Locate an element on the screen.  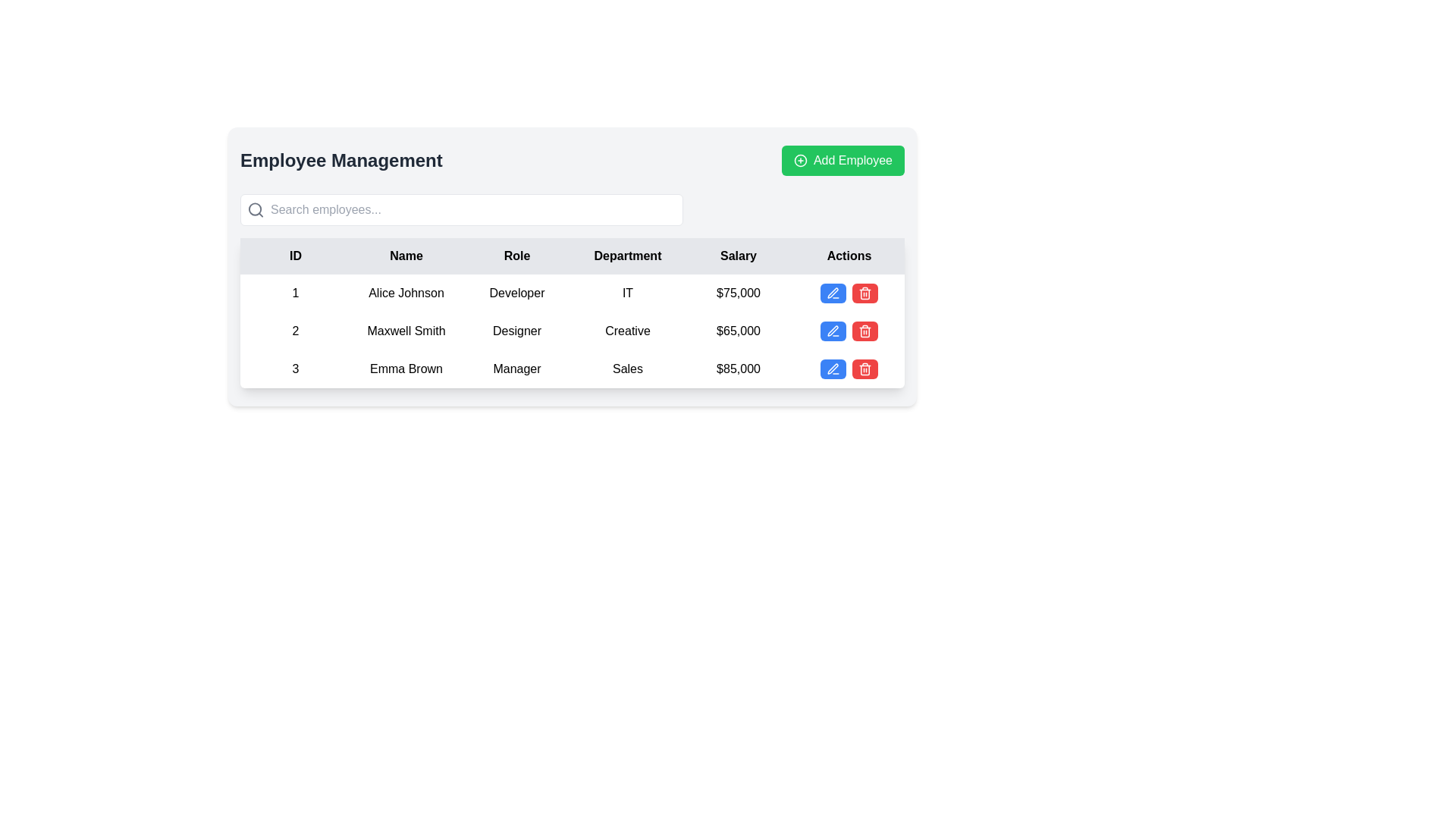
the delete button located in the Actions column of the third row in the data table to change its background color is located at coordinates (865, 369).